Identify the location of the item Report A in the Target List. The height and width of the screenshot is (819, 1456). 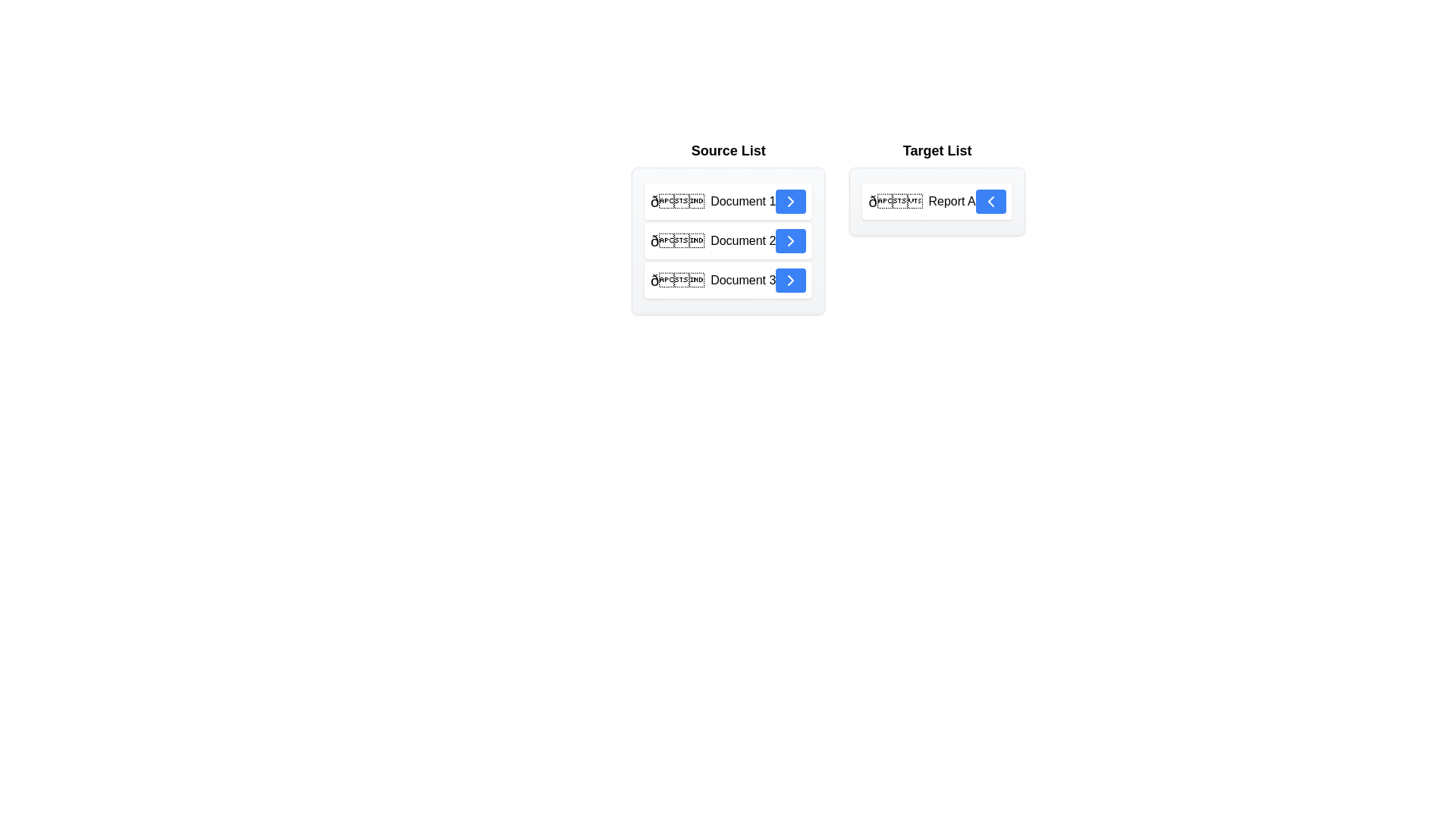
(937, 201).